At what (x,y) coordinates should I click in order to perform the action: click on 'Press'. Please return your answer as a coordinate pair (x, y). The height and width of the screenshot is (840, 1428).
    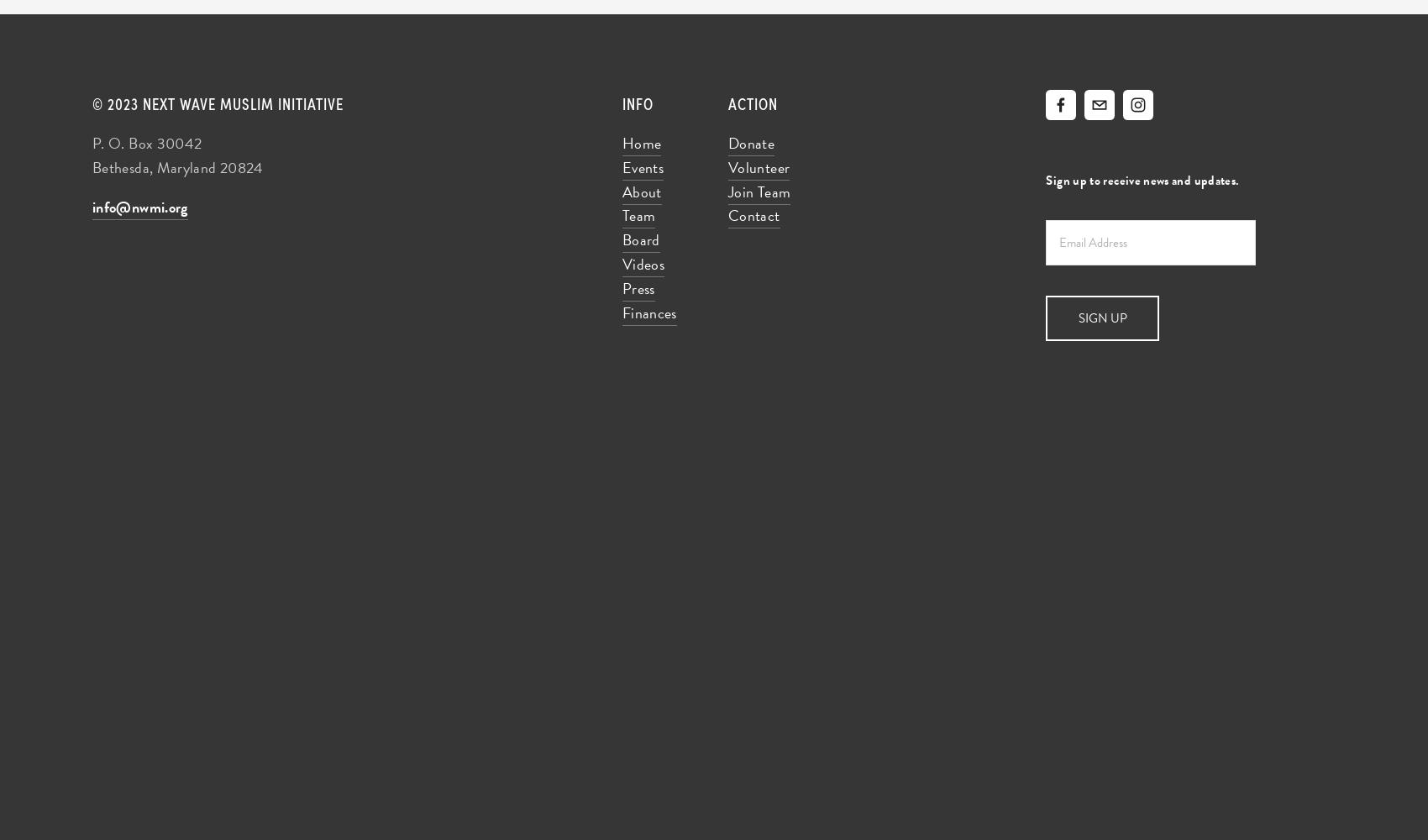
    Looking at the image, I should click on (637, 286).